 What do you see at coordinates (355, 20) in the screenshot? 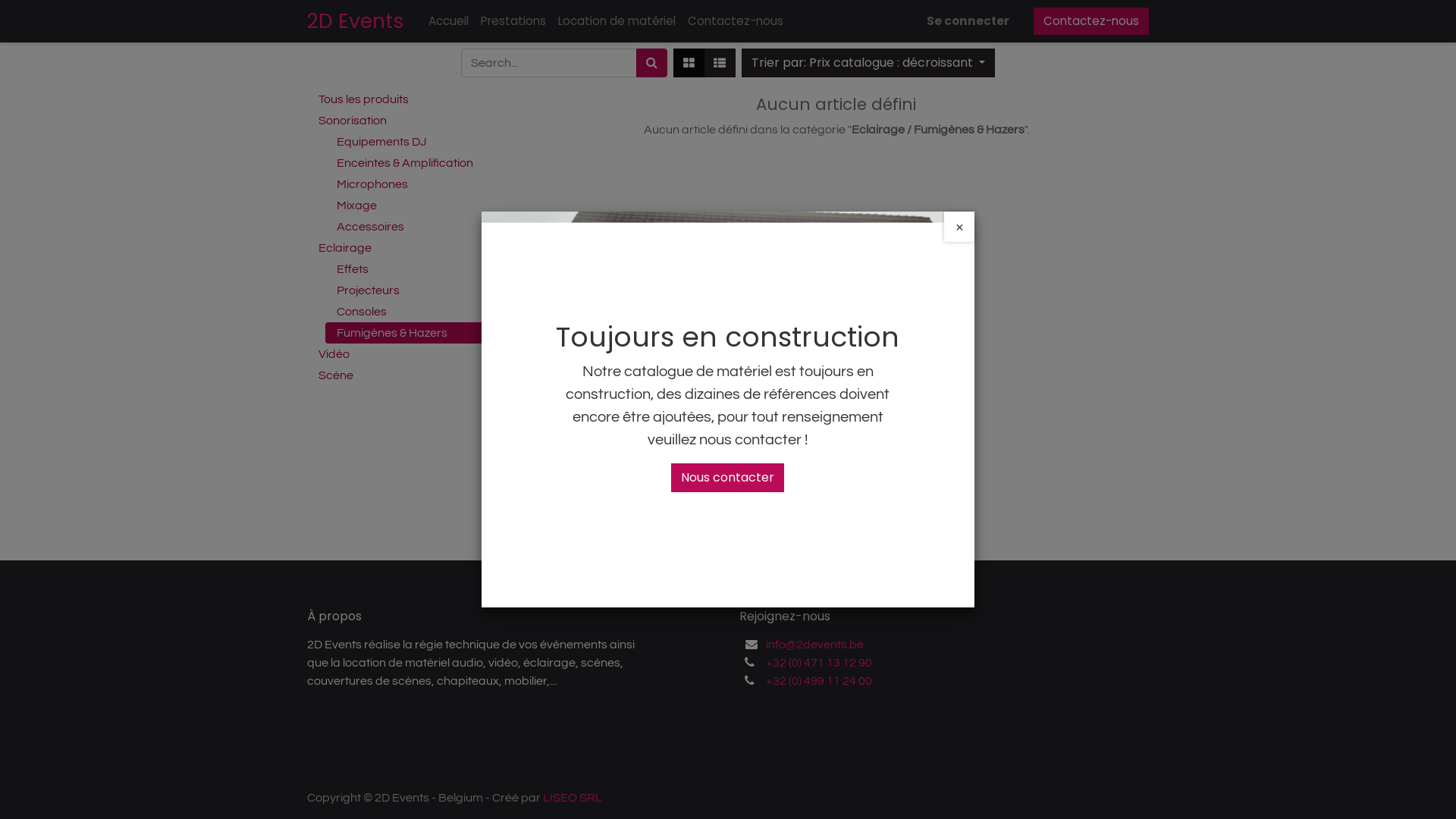
I see `'2D Events'` at bounding box center [355, 20].